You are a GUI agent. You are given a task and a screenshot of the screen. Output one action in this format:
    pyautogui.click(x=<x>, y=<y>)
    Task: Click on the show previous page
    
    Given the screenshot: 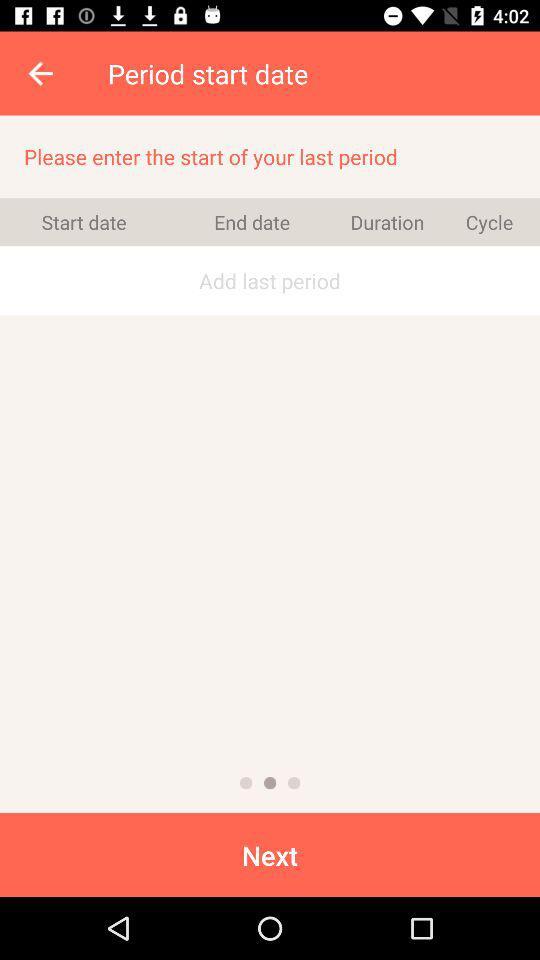 What is the action you would take?
    pyautogui.click(x=246, y=783)
    